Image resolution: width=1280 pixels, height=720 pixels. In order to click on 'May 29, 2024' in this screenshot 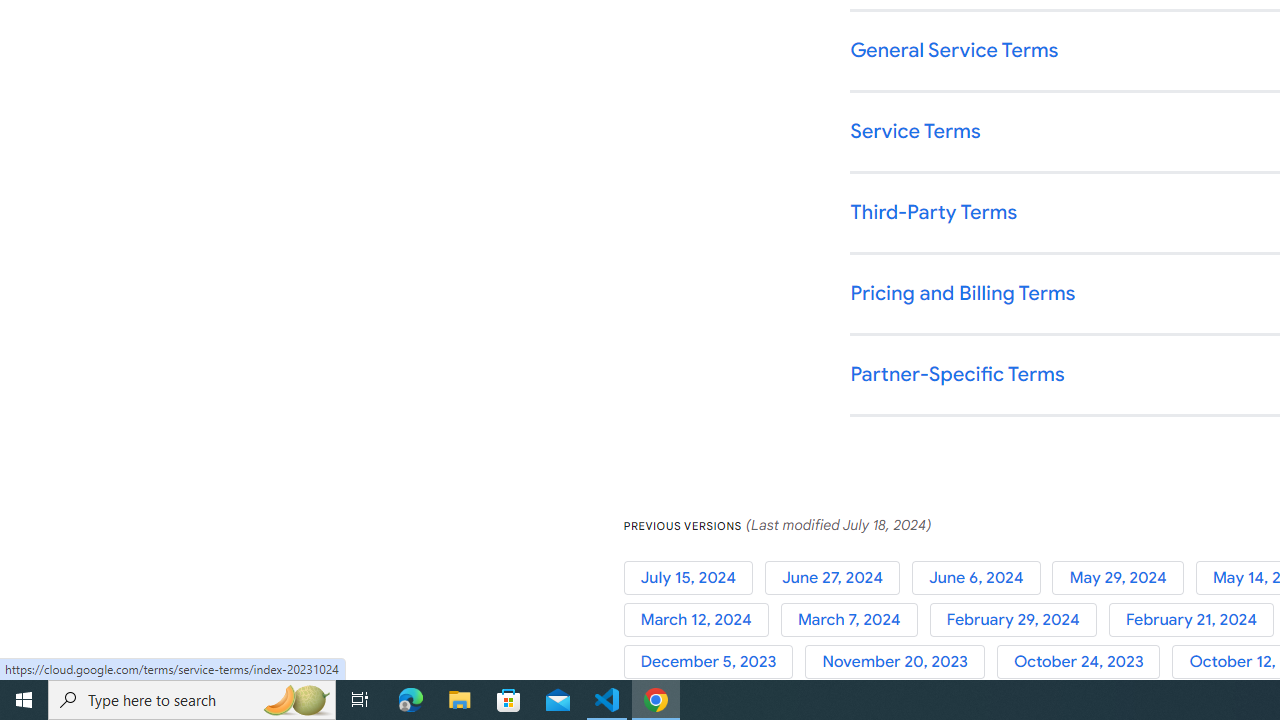, I will do `click(1123, 577)`.